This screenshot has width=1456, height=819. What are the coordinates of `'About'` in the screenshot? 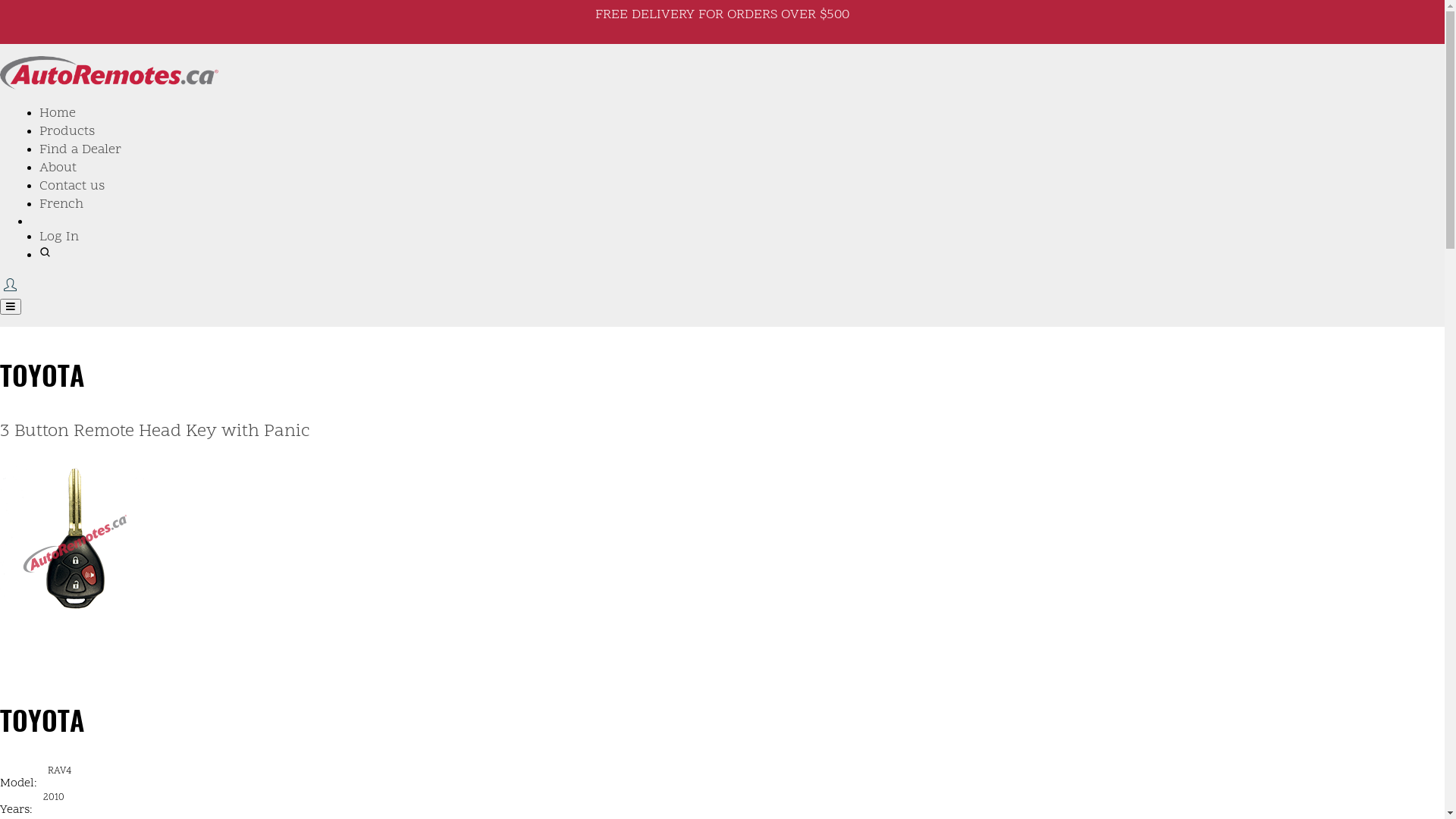 It's located at (58, 168).